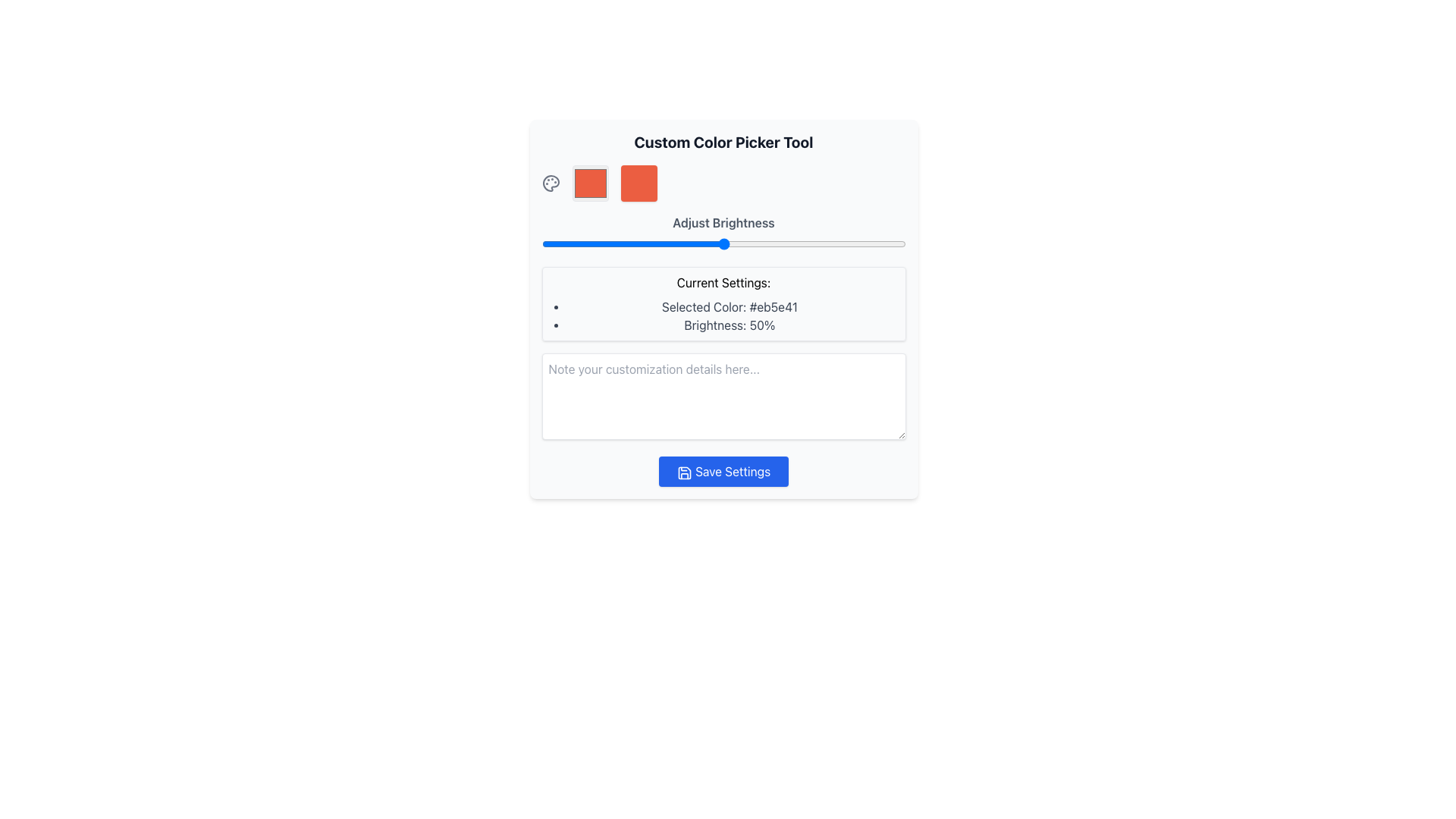 This screenshot has width=1456, height=819. What do you see at coordinates (730, 324) in the screenshot?
I see `the read-only text display that shows the current brightness setting percentage, located in the 'Current Settings' section, between 'Selected Color: #eb5e41' and the customization text input box` at bounding box center [730, 324].